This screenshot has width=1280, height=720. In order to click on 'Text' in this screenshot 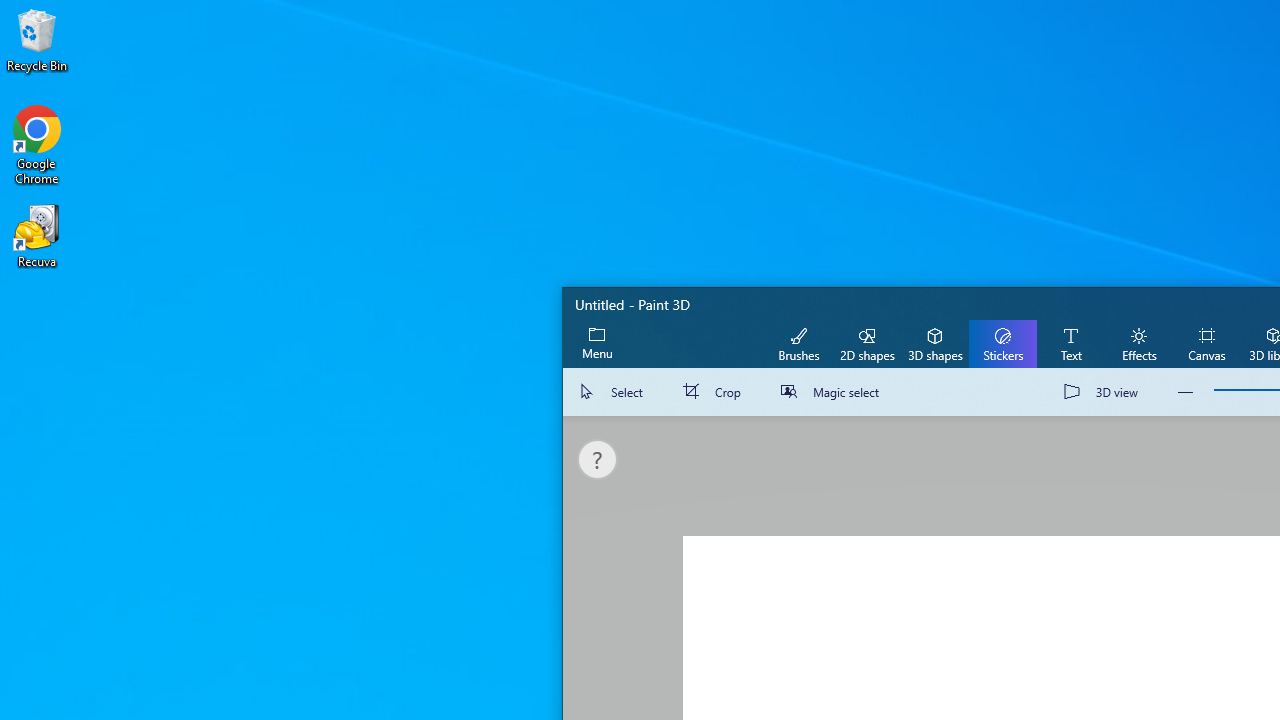, I will do `click(1069, 342)`.